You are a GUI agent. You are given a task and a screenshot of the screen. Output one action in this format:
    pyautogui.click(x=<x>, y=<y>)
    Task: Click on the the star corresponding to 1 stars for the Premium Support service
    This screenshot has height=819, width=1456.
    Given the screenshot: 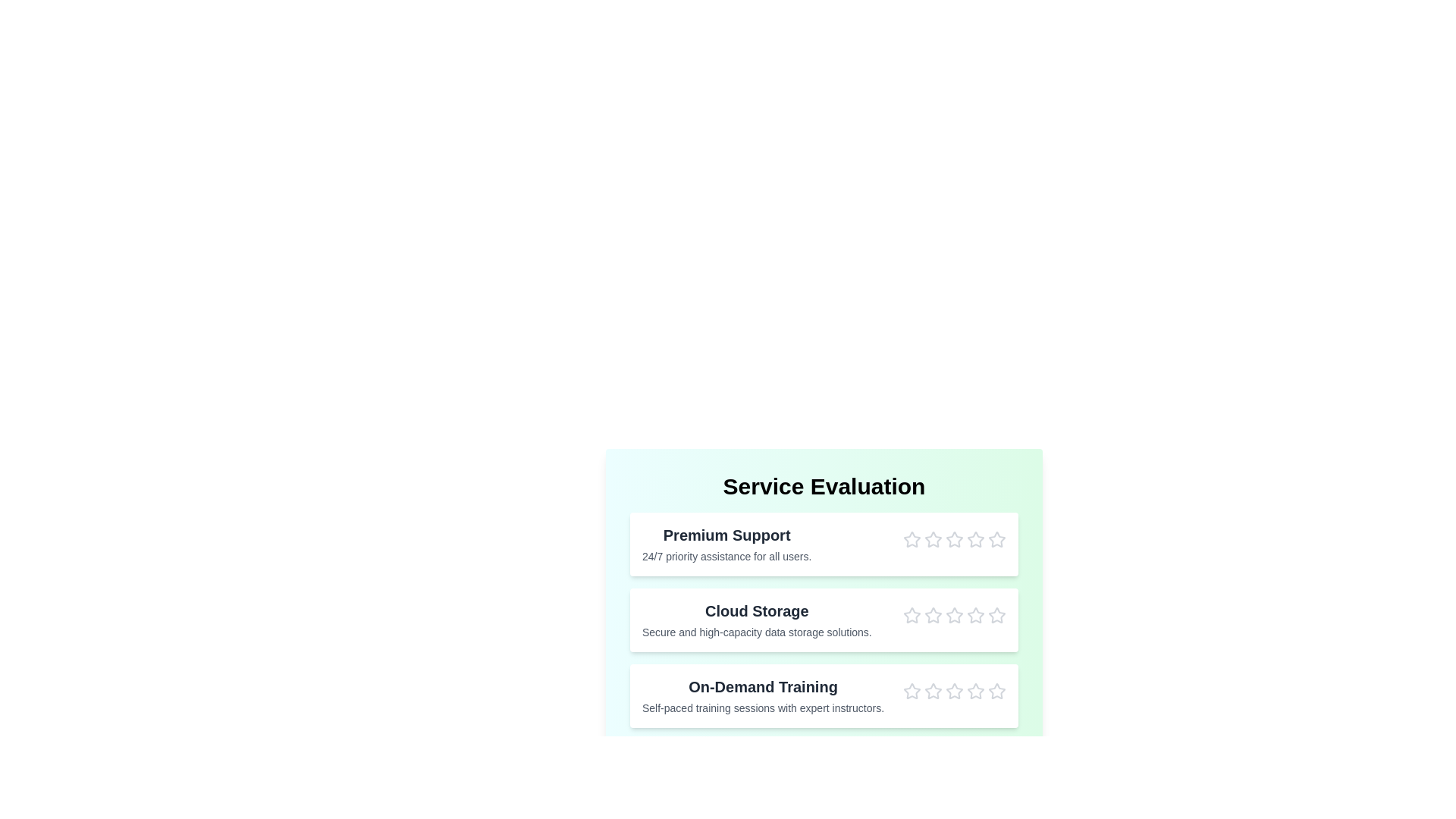 What is the action you would take?
    pyautogui.click(x=912, y=539)
    